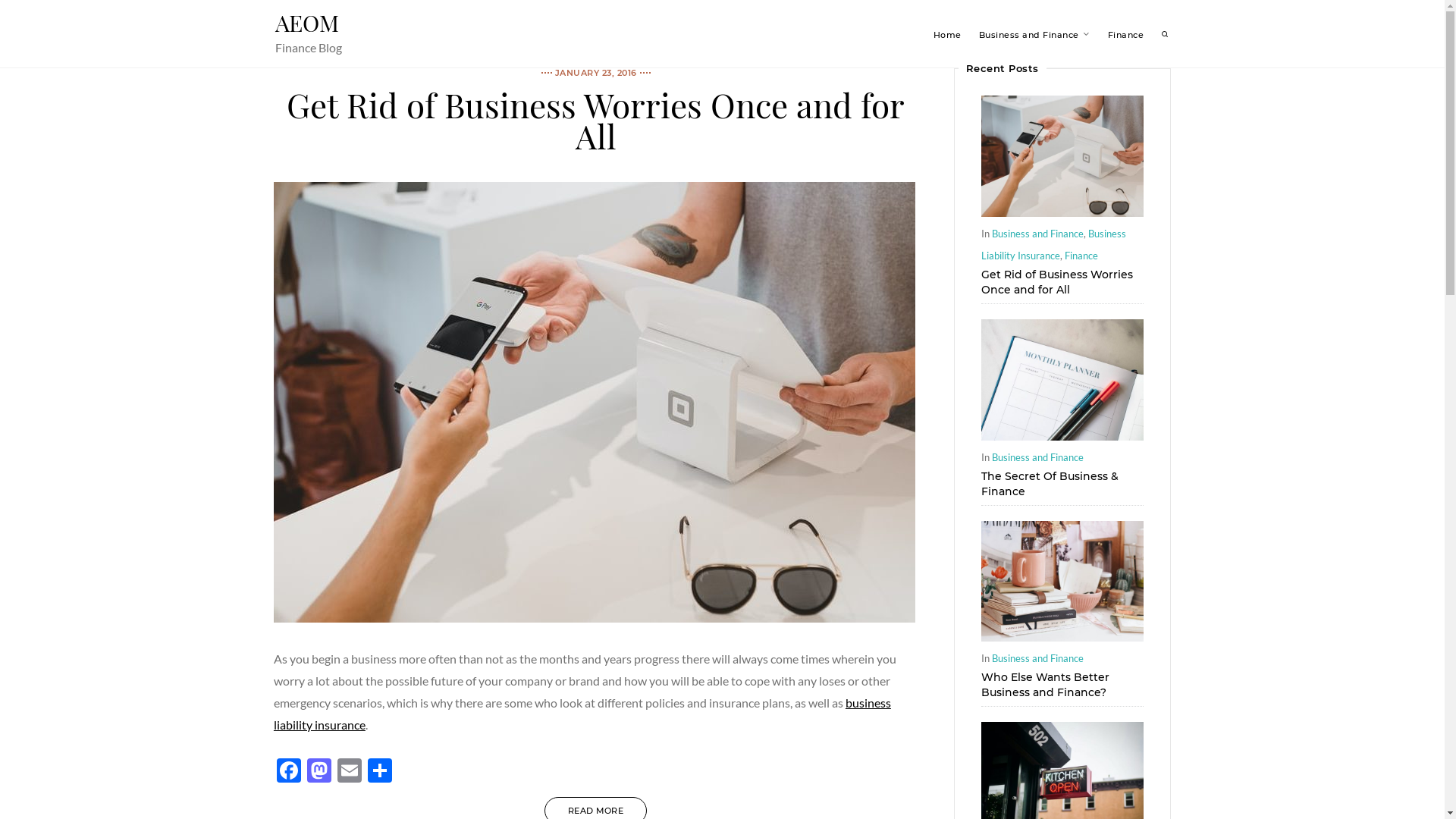 This screenshot has height=819, width=1456. Describe the element at coordinates (305, 23) in the screenshot. I see `'AEOM'` at that location.